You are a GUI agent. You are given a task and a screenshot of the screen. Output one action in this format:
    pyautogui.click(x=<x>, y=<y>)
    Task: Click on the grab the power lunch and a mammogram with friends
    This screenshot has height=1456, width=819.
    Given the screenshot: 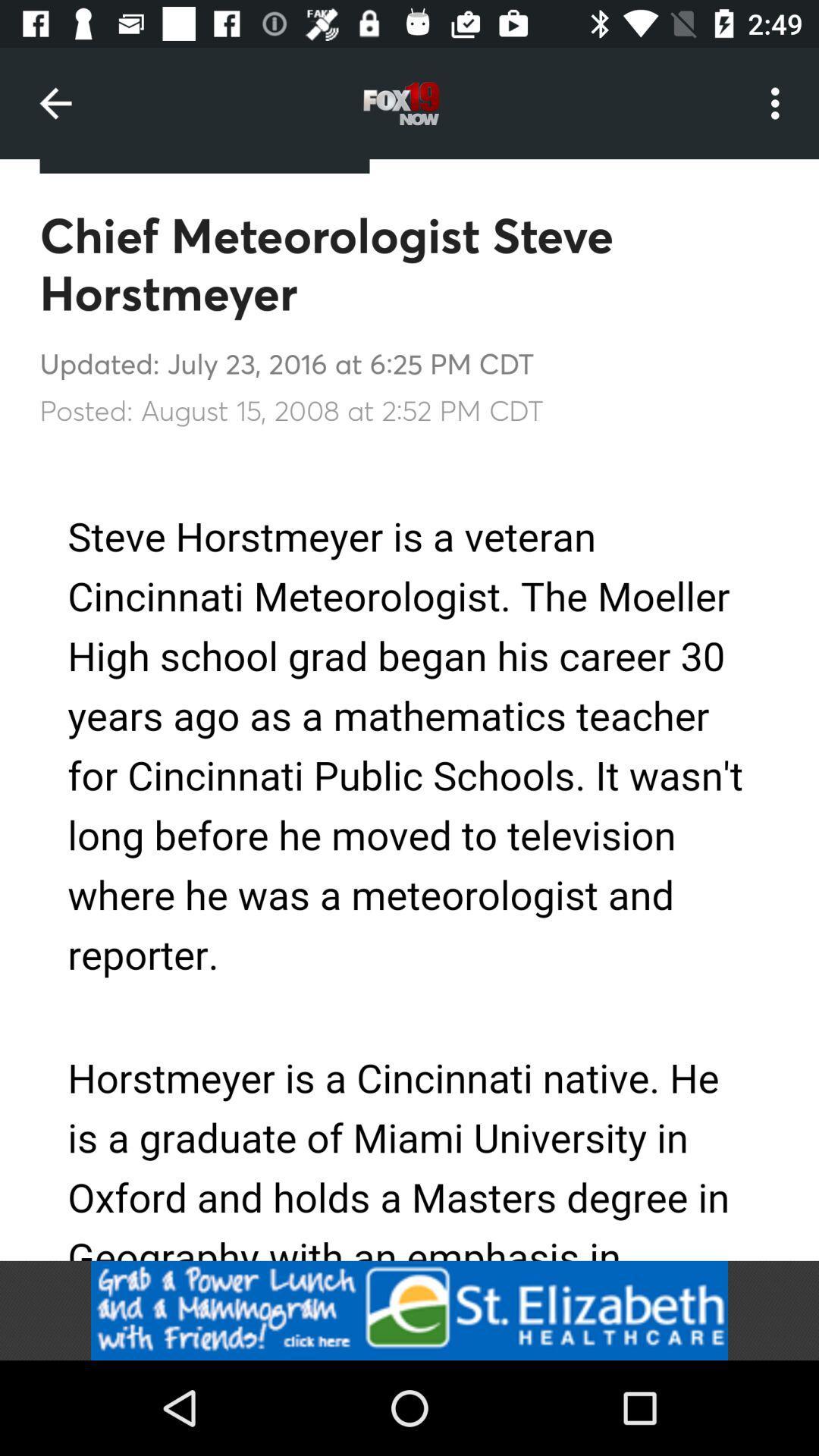 What is the action you would take?
    pyautogui.click(x=409, y=1310)
    